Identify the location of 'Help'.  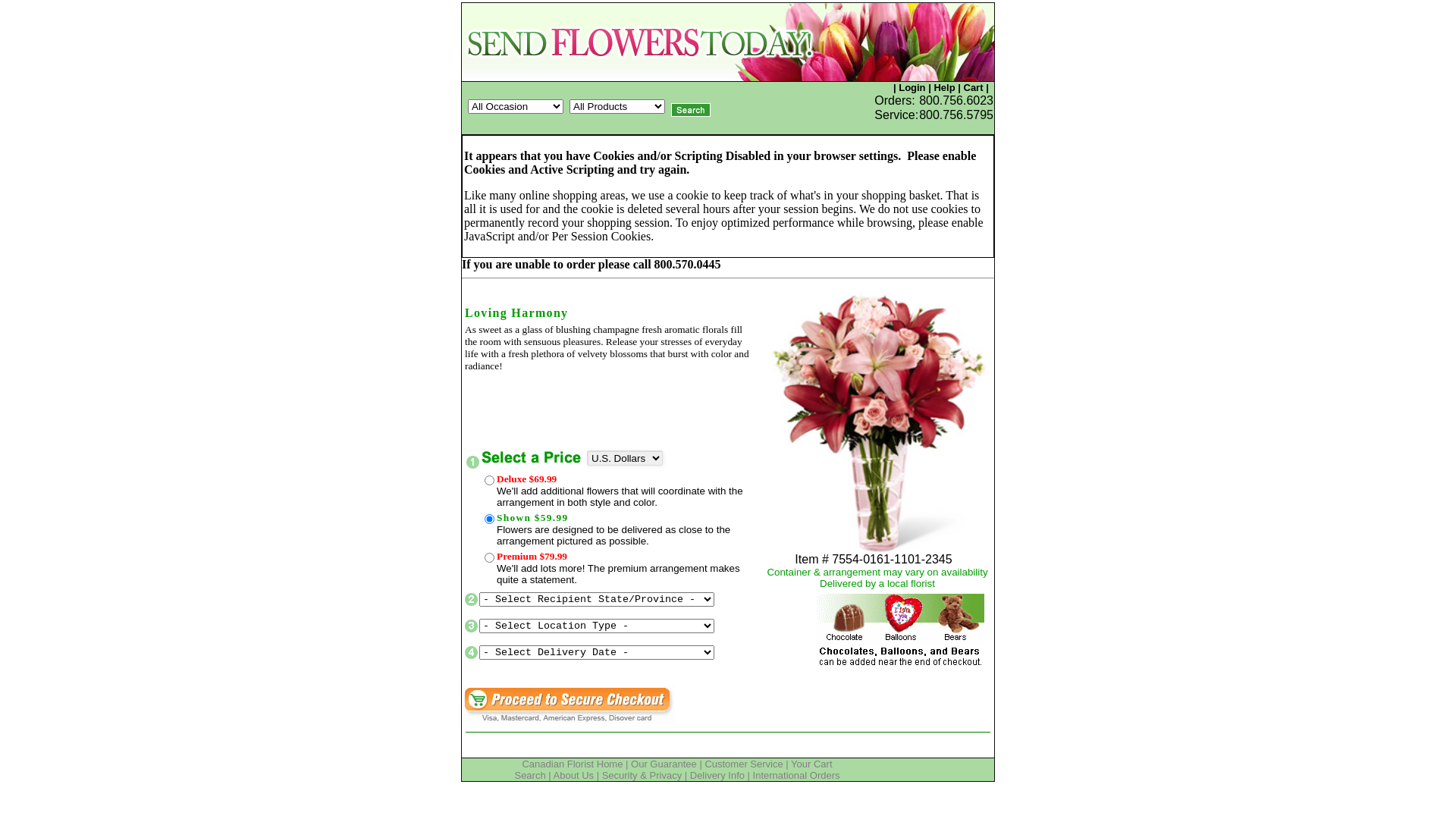
(932, 87).